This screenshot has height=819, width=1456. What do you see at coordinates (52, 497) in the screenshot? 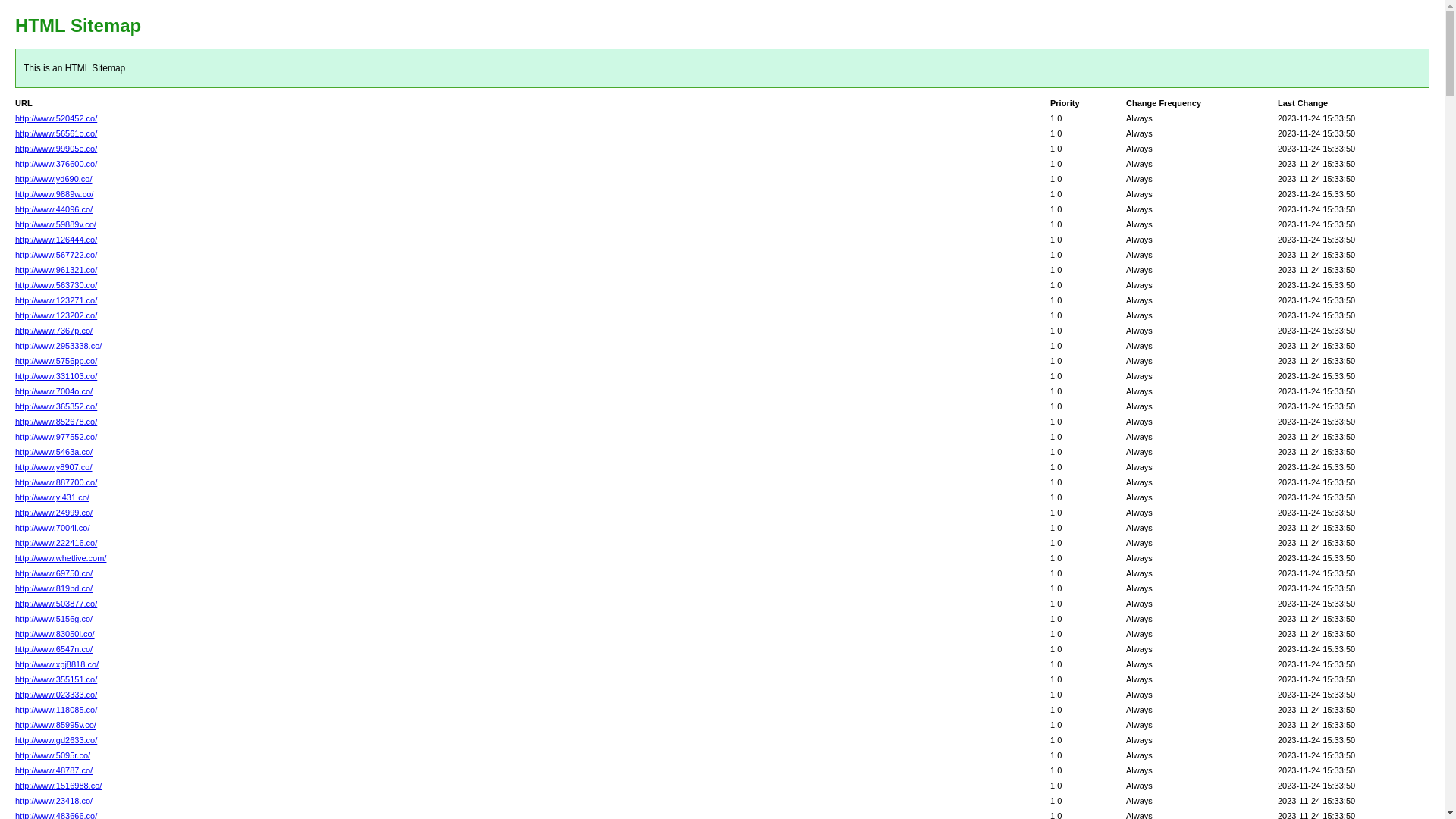
I see `'http://www.yl431.co/'` at bounding box center [52, 497].